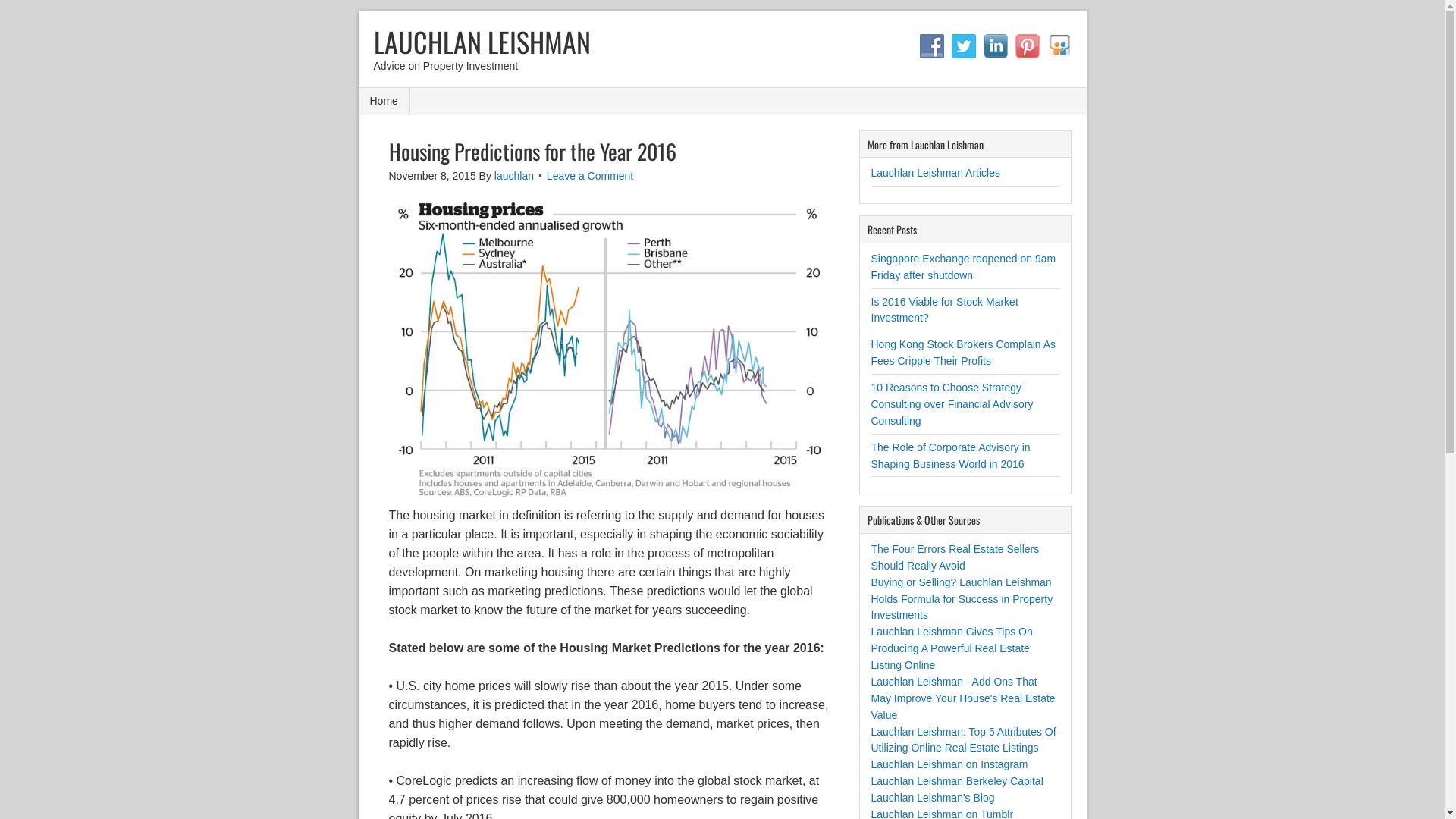 The height and width of the screenshot is (819, 1456). What do you see at coordinates (994, 45) in the screenshot?
I see `'Lauchlan Leishman LinkedIn'` at bounding box center [994, 45].